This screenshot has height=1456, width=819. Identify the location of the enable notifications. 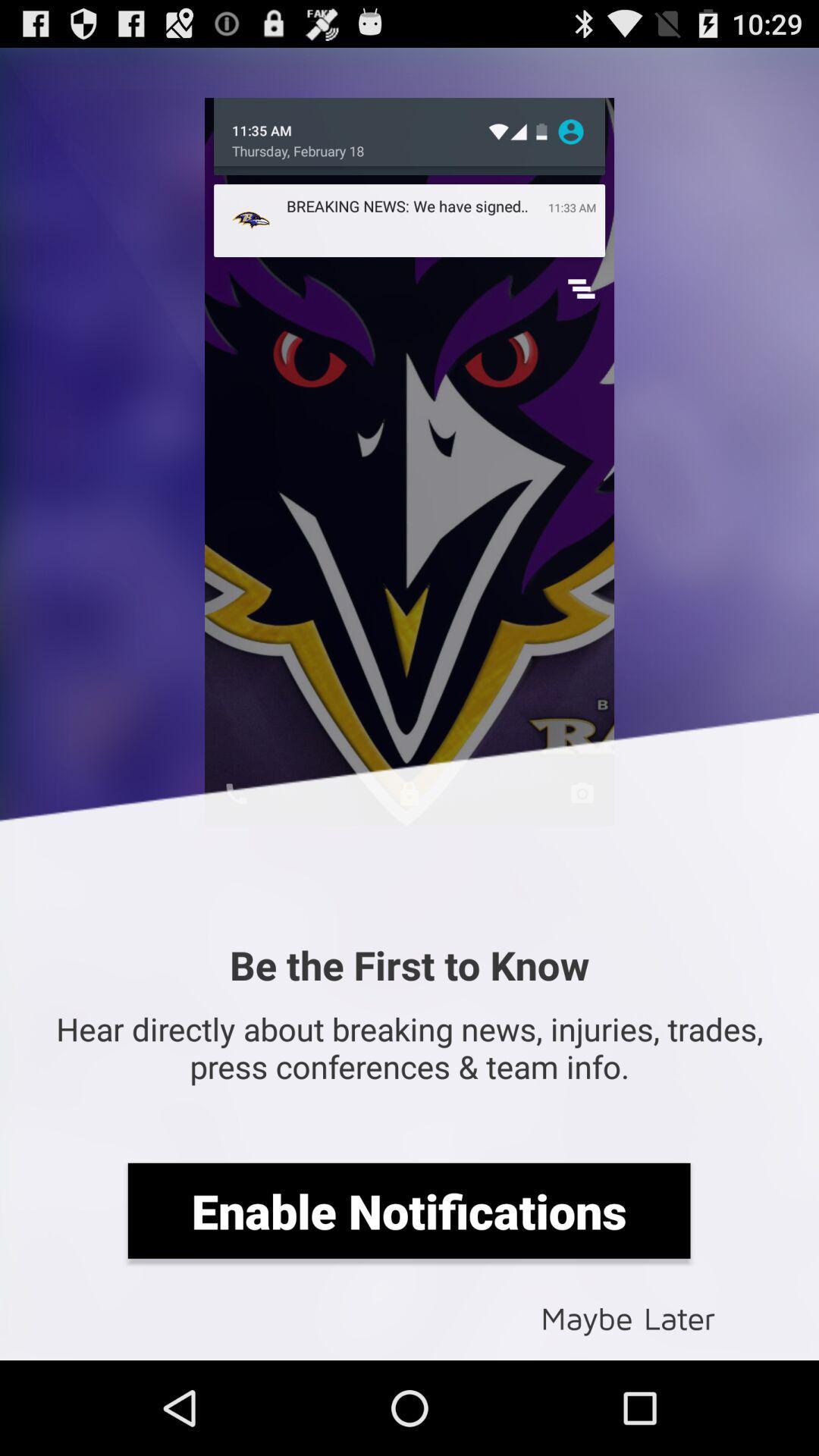
(408, 1210).